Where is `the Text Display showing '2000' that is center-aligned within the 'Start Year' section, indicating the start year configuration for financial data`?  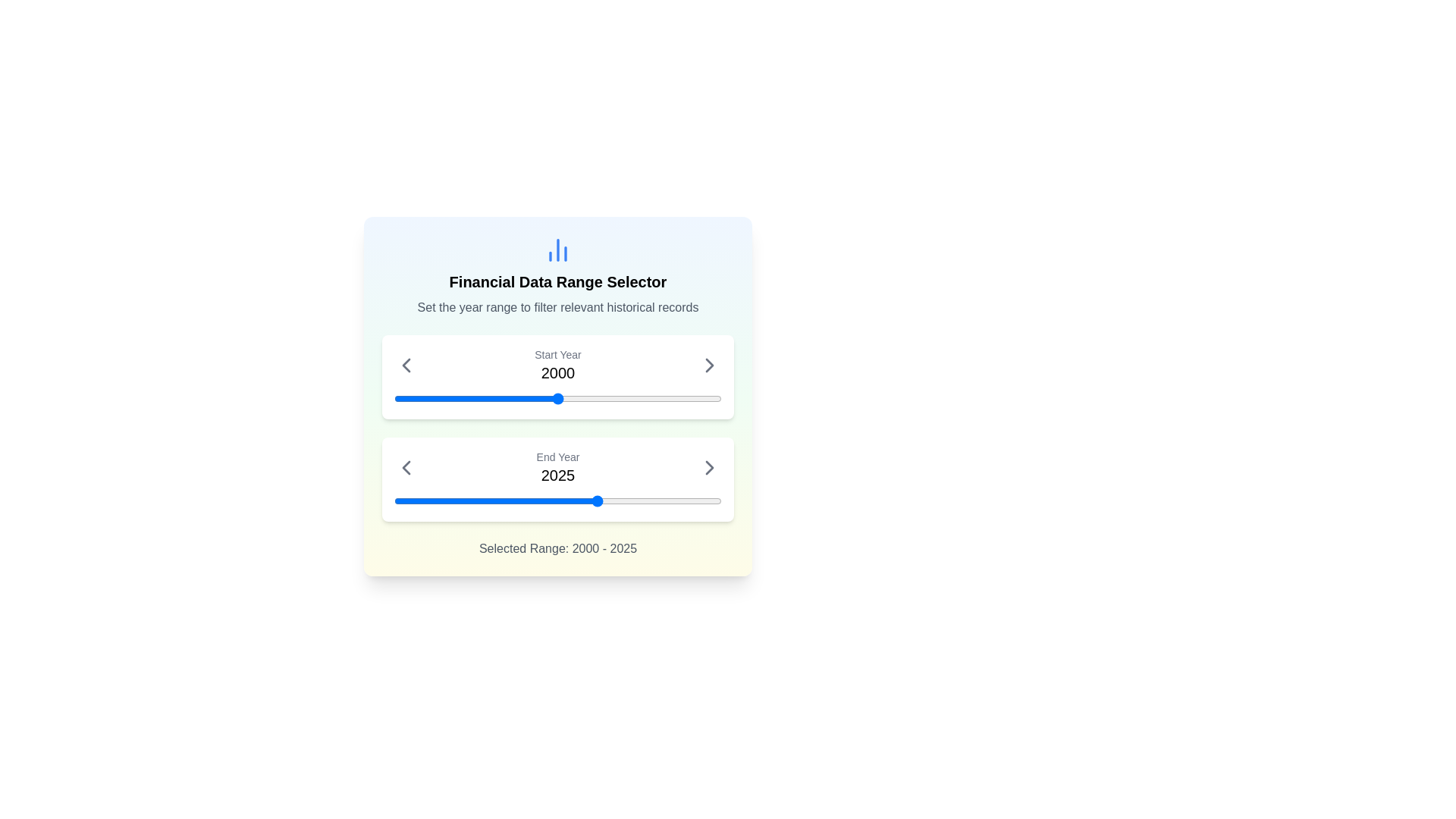 the Text Display showing '2000' that is center-aligned within the 'Start Year' section, indicating the start year configuration for financial data is located at coordinates (557, 373).